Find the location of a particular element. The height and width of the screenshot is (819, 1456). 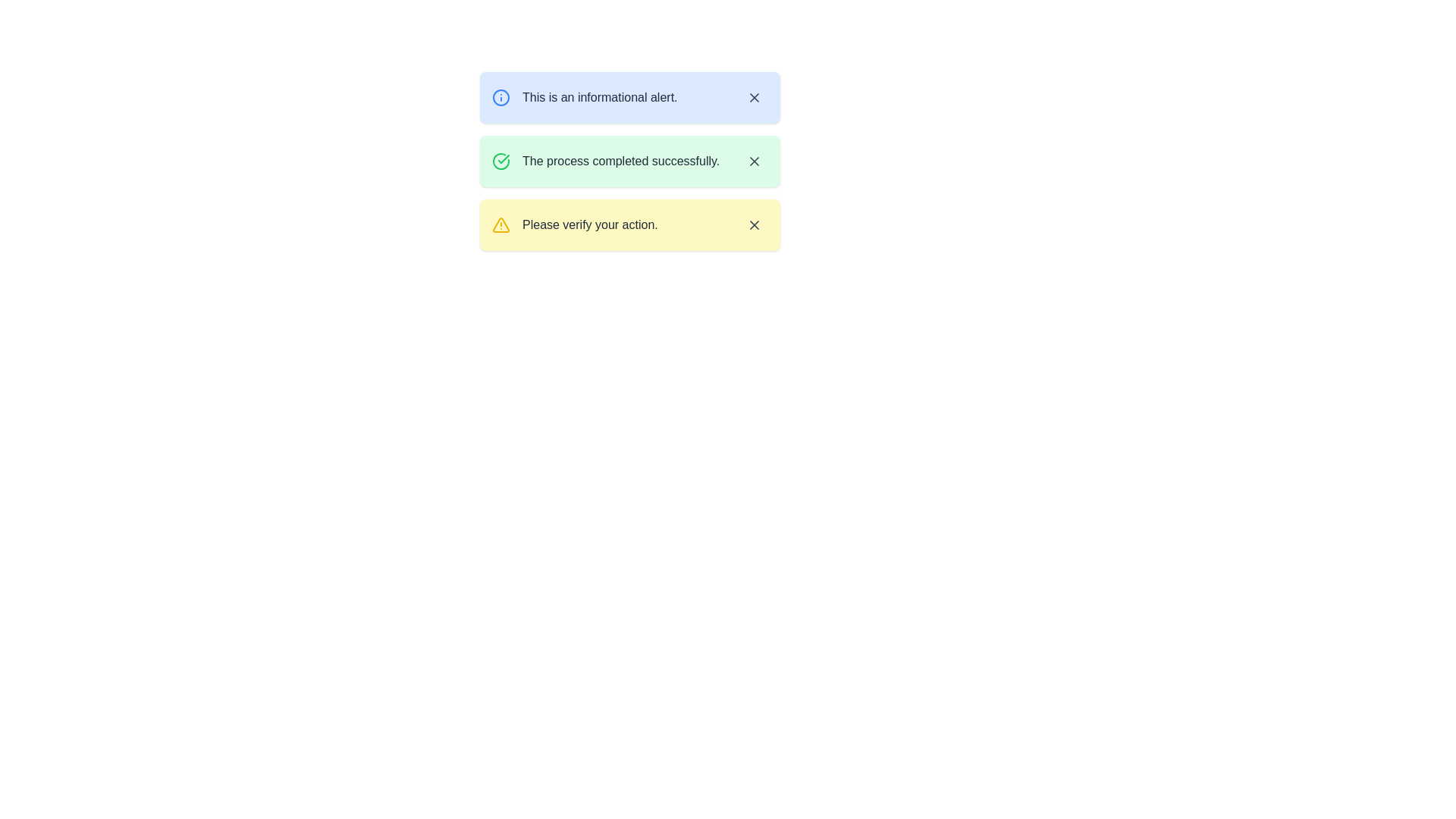

the 'X' icon button in the top-right corner of the blue informational alert box is located at coordinates (754, 97).